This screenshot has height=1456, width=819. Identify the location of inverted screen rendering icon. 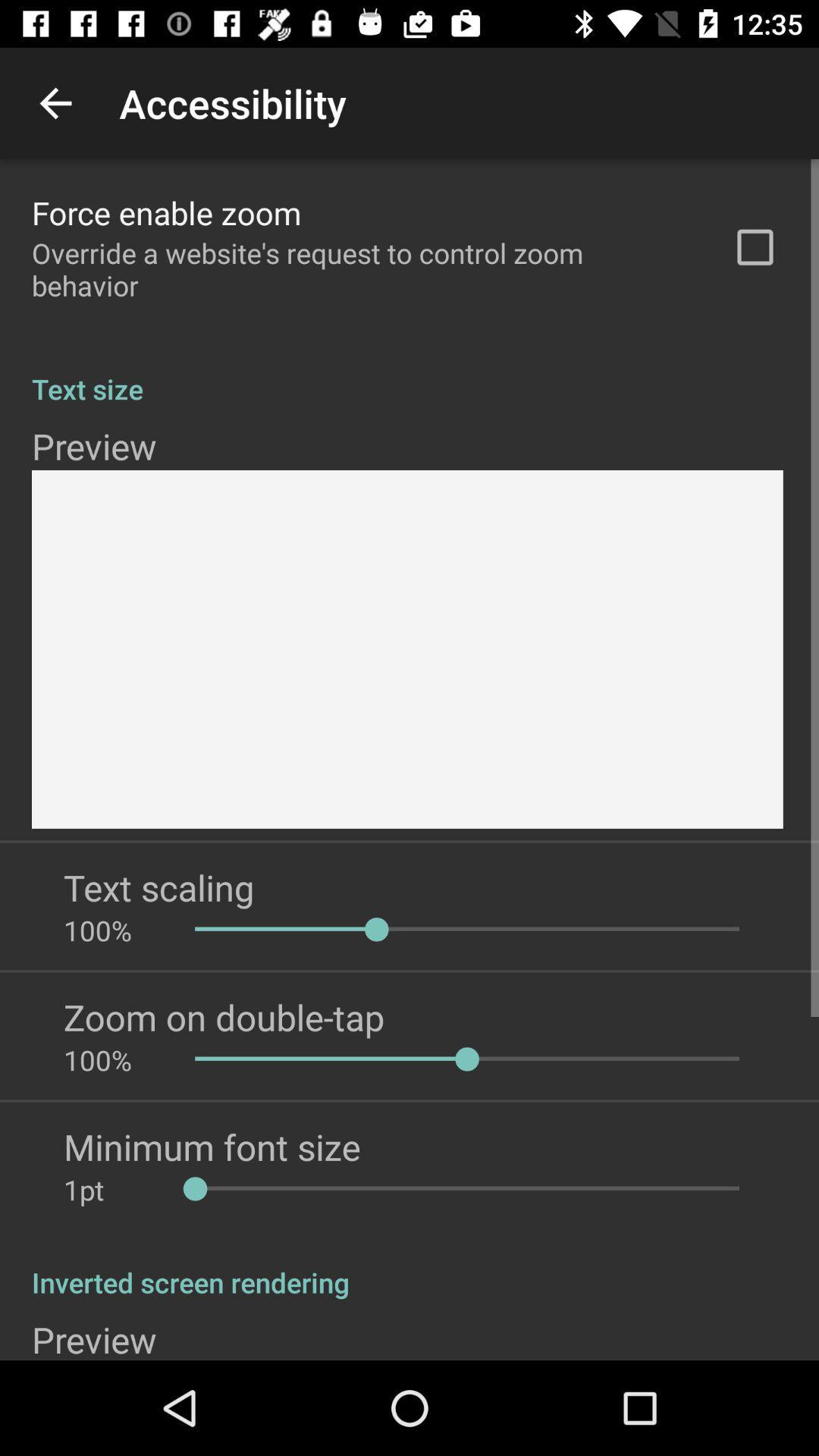
(409, 1266).